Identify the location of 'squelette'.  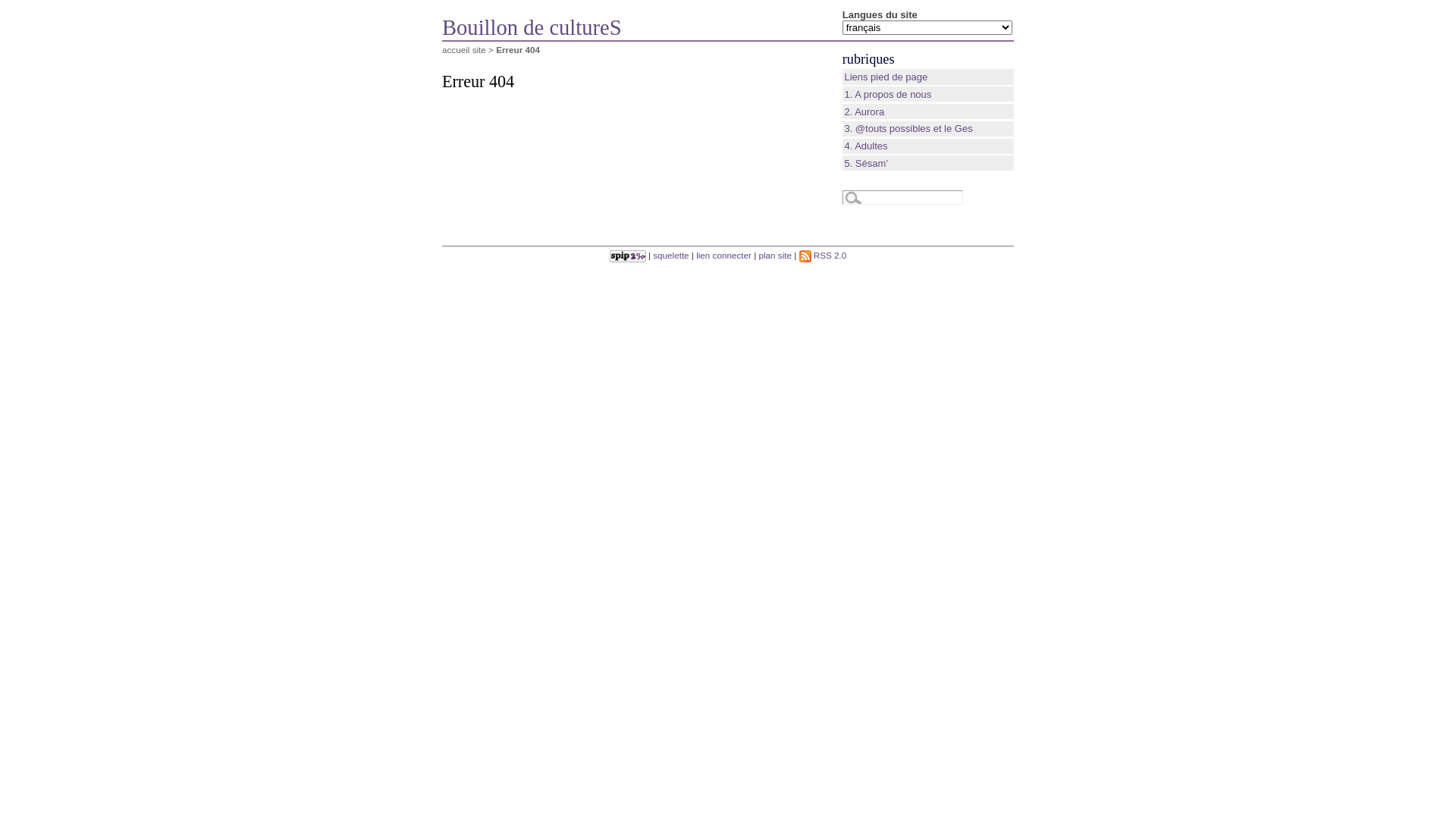
(670, 254).